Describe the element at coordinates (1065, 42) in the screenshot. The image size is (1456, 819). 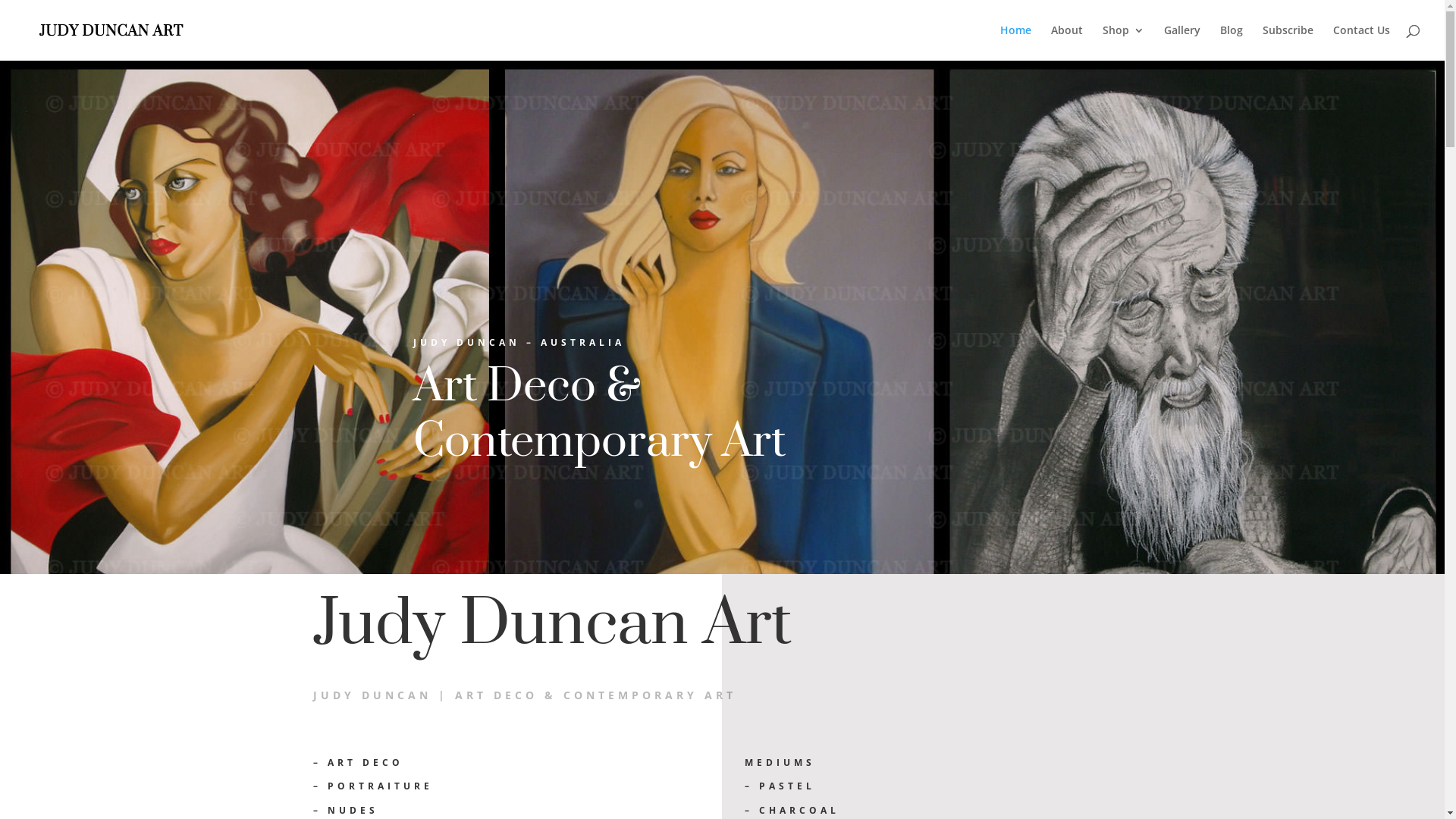
I see `'About'` at that location.